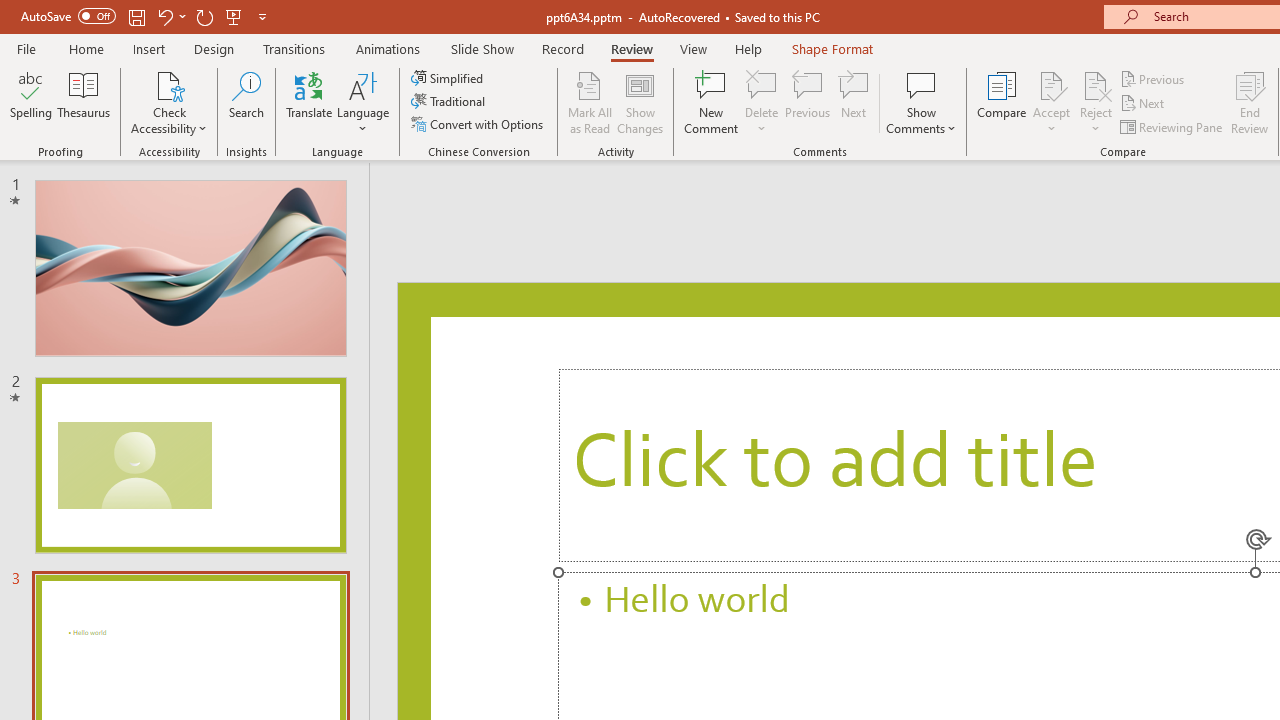  What do you see at coordinates (82, 103) in the screenshot?
I see `'Thesaurus...'` at bounding box center [82, 103].